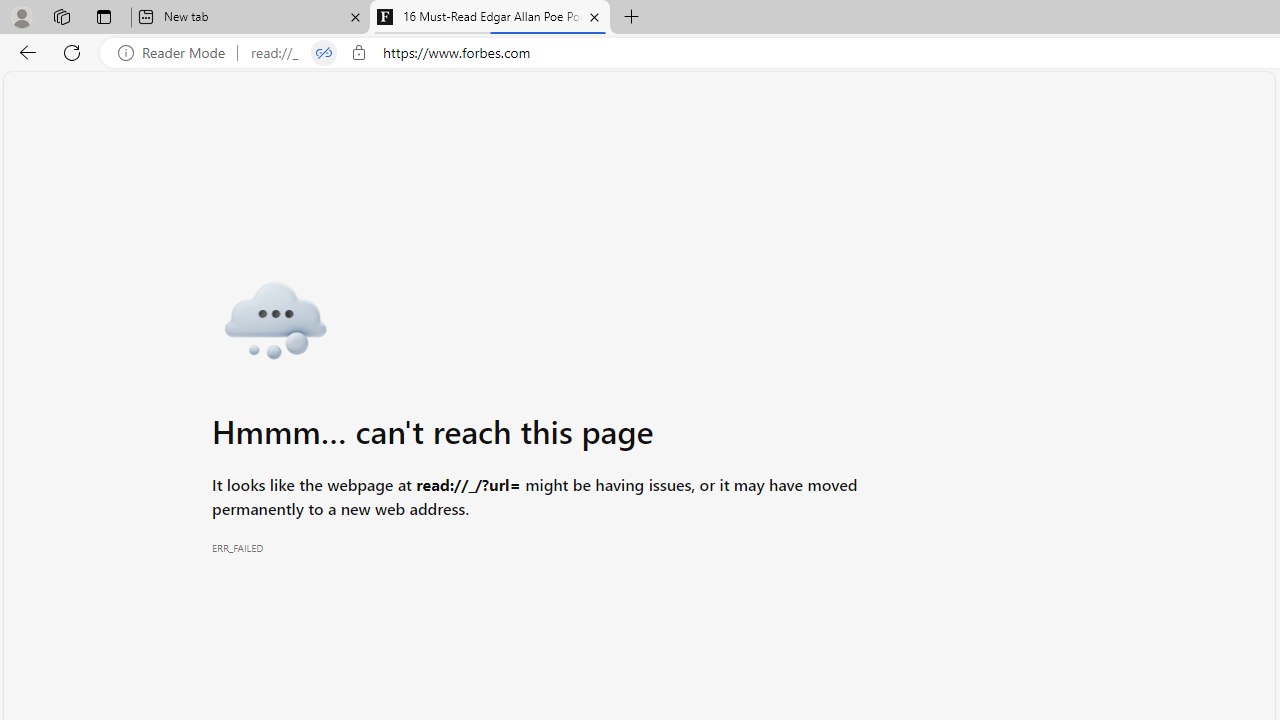 The width and height of the screenshot is (1280, 720). I want to click on '16 Must-Read Edgar Allan Poe Poems And Short Stories', so click(490, 17).